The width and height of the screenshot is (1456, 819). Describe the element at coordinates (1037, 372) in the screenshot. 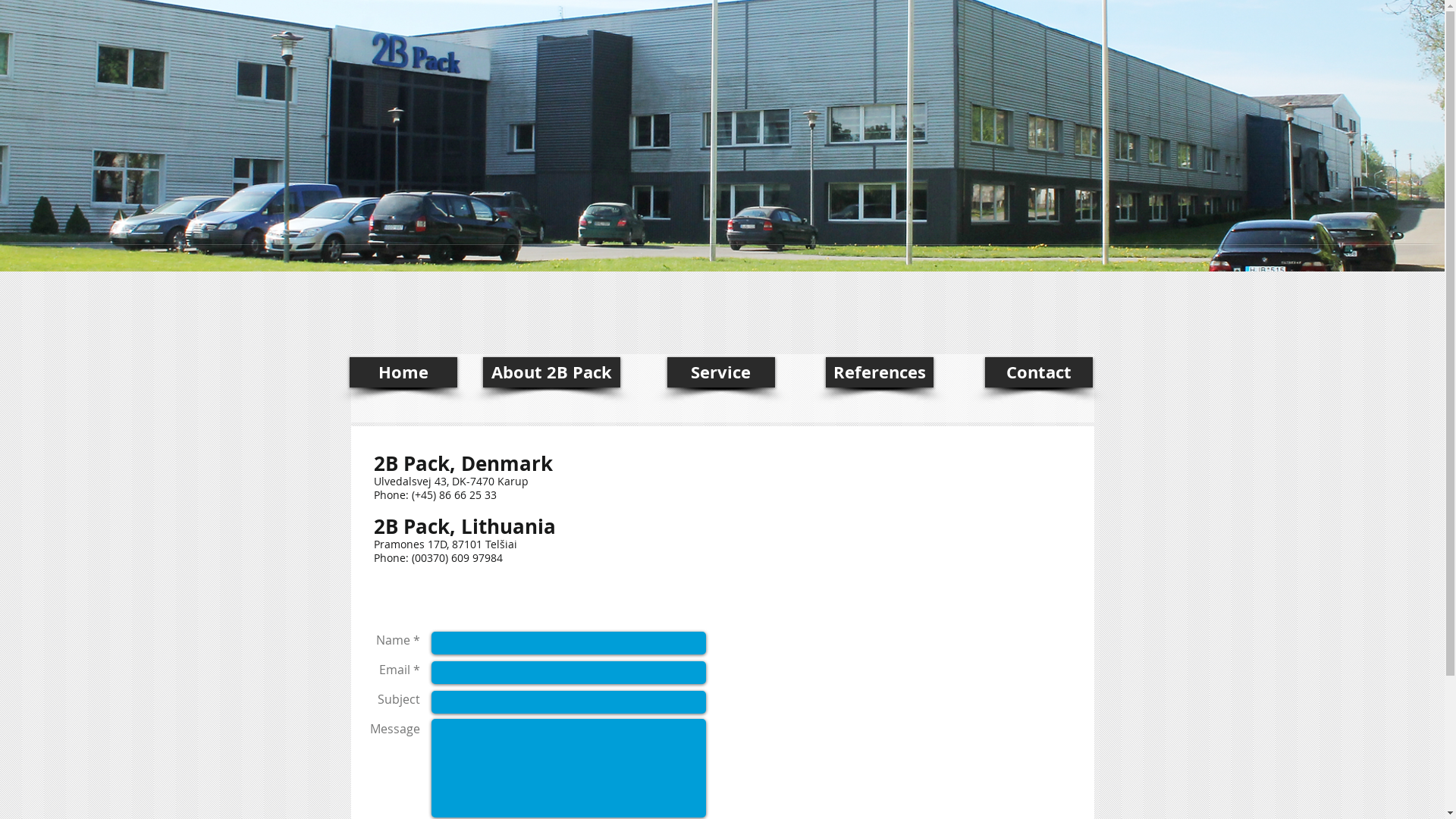

I see `'Contact'` at that location.